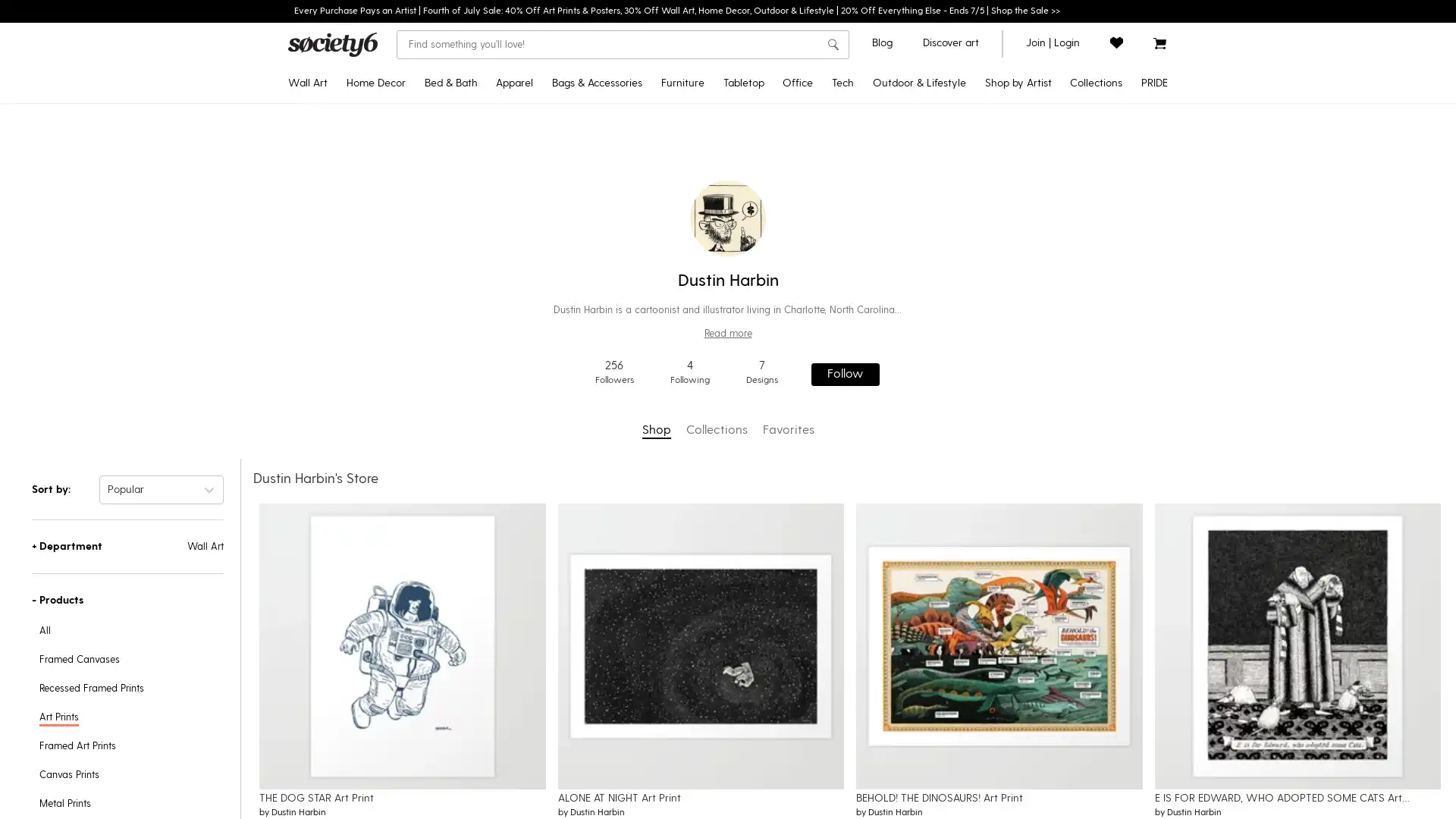 This screenshot has height=819, width=1456. Describe the element at coordinates (835, 366) in the screenshot. I see `Laptop Stickers` at that location.